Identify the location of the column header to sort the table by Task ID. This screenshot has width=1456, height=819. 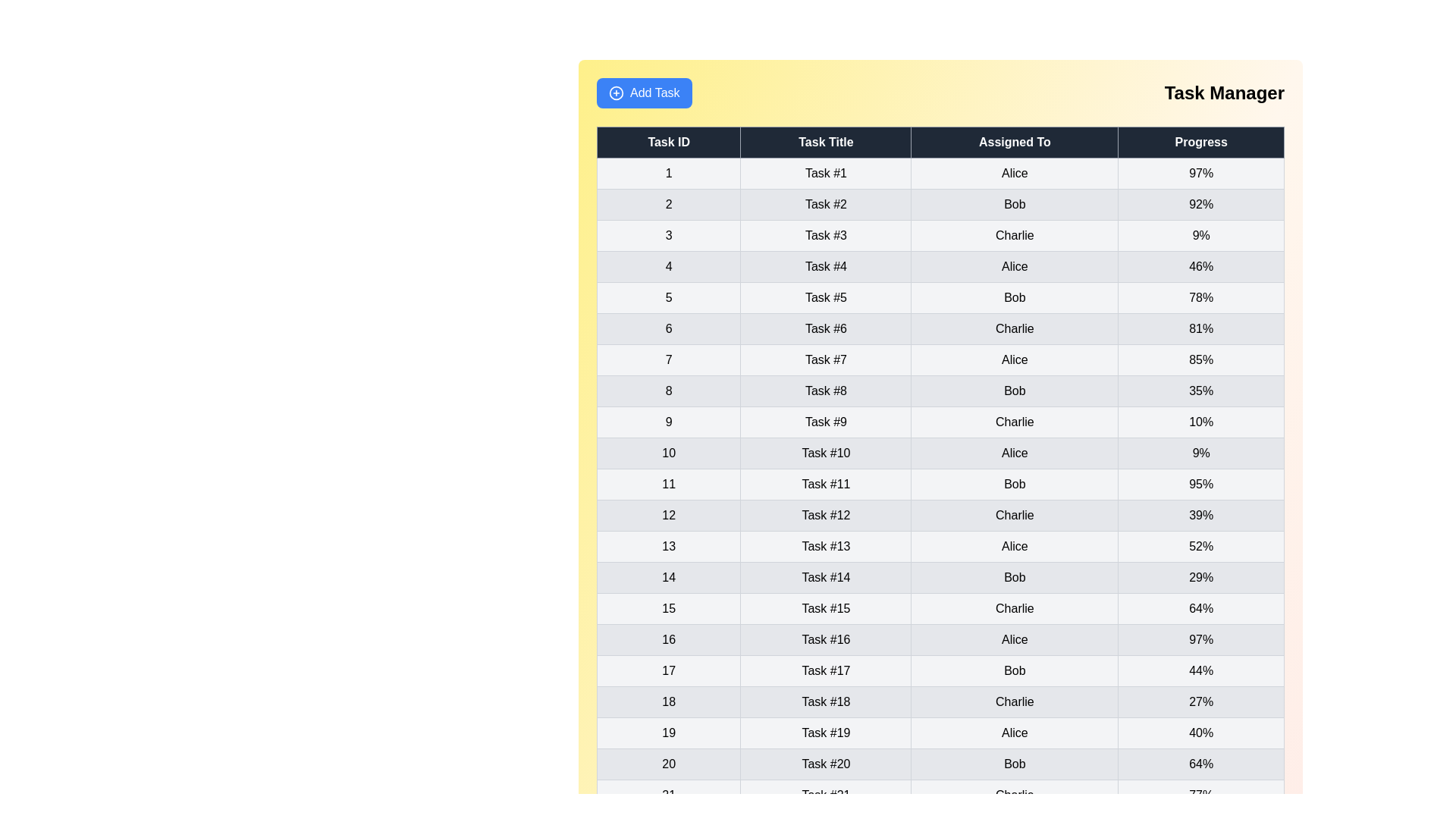
(668, 143).